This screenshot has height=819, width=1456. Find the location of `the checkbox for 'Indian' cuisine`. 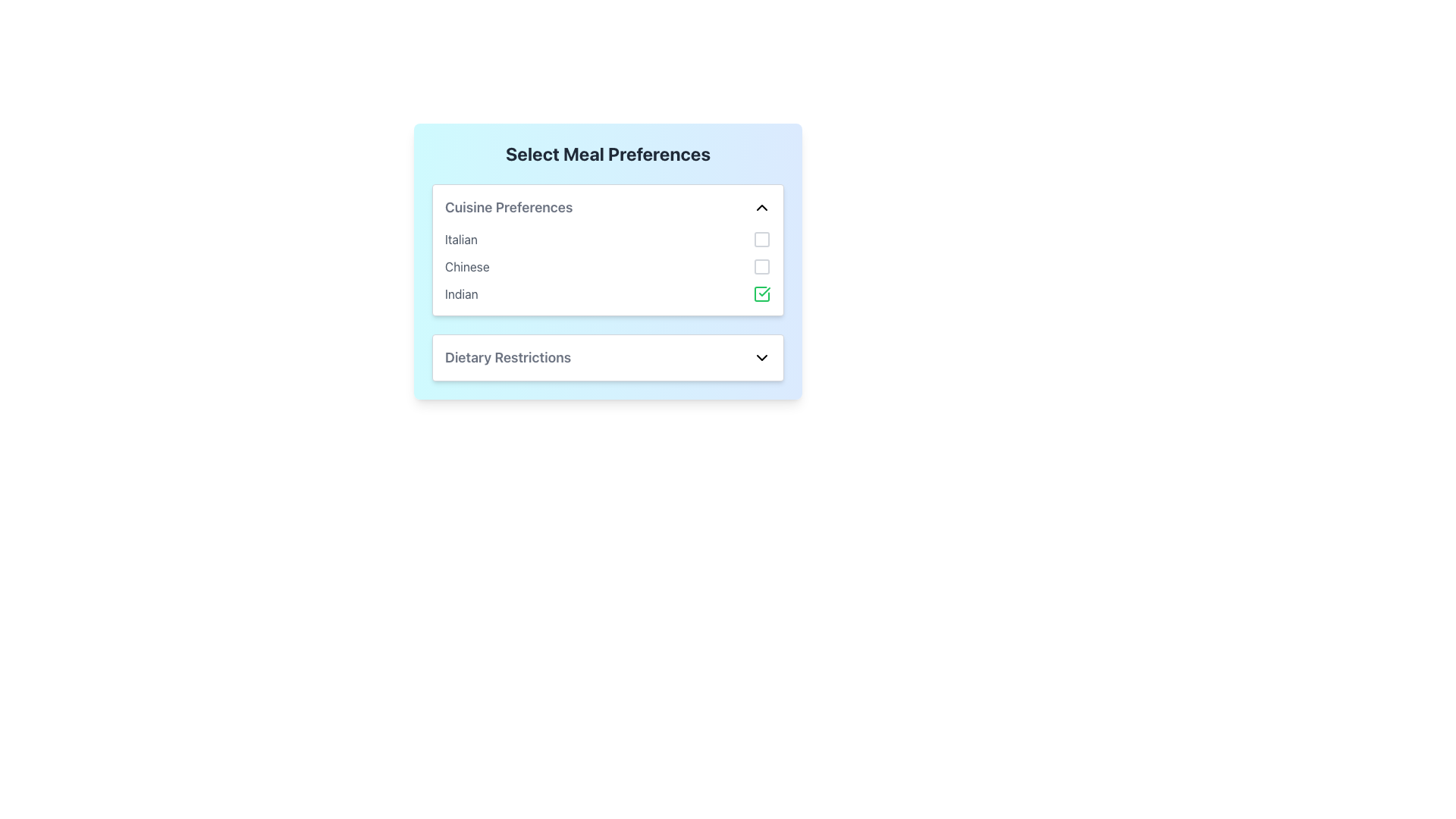

the checkbox for 'Indian' cuisine is located at coordinates (761, 294).